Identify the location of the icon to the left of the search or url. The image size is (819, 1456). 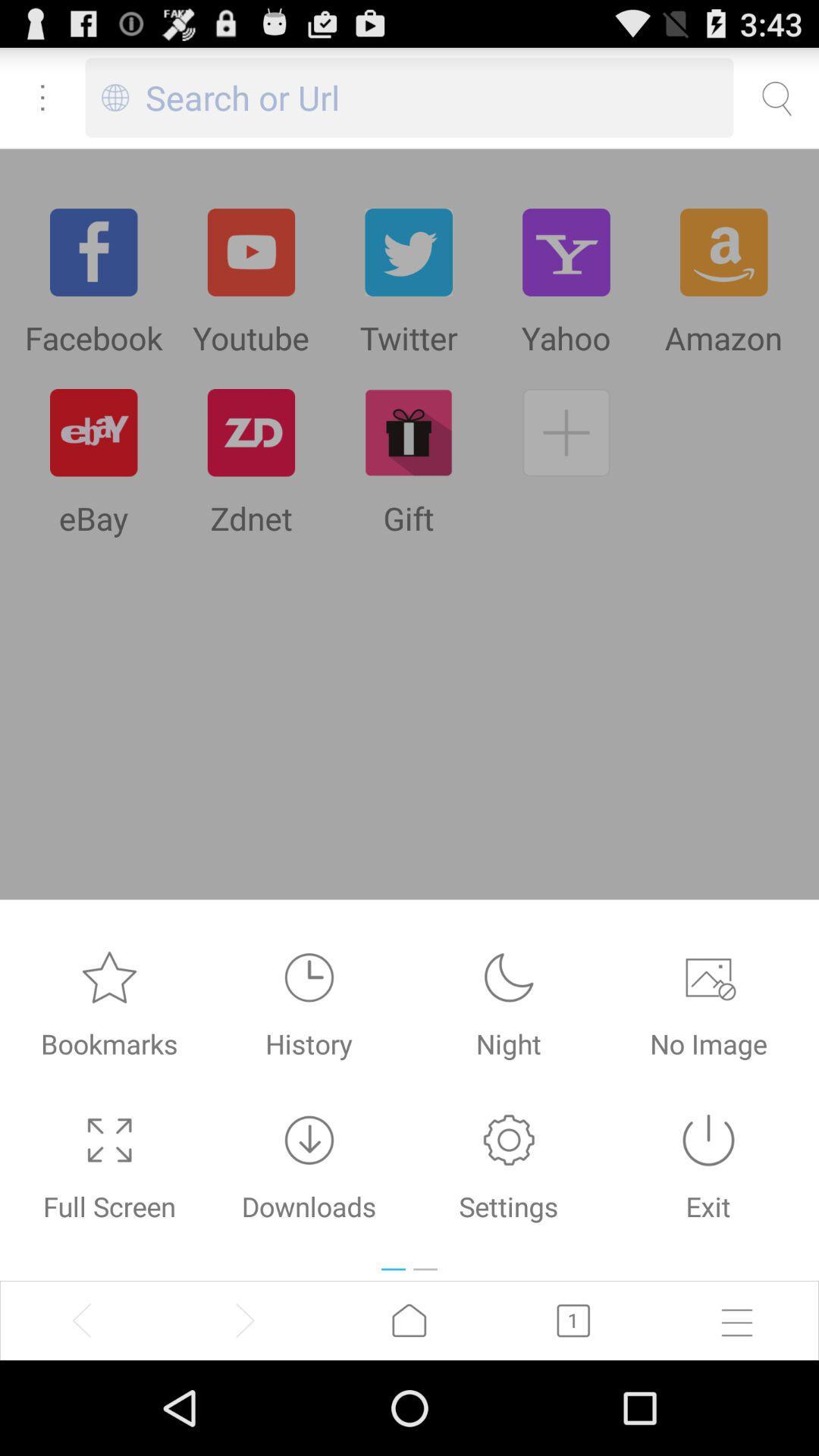
(115, 97).